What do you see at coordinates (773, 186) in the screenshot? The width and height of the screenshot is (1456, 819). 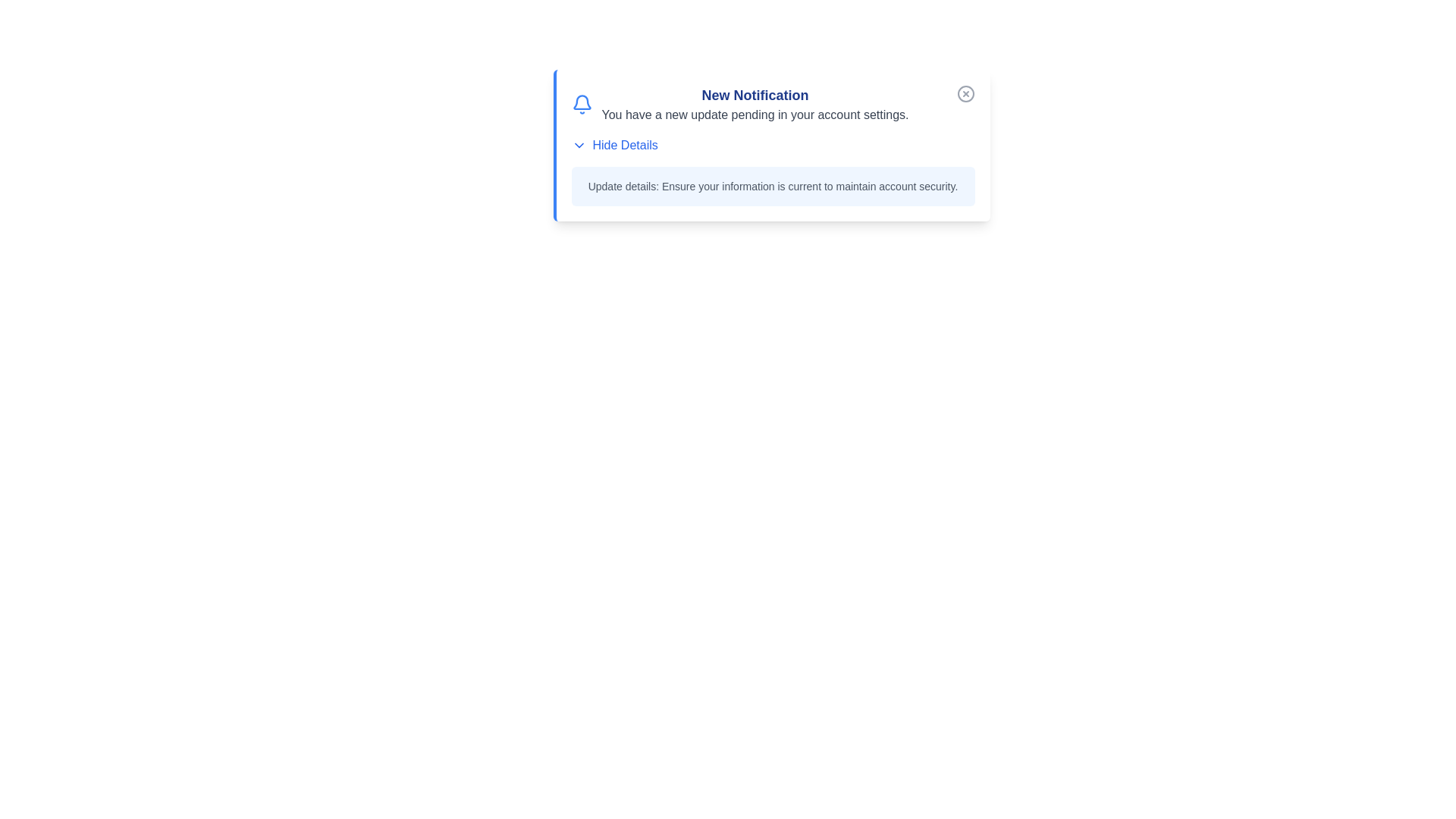 I see `the static informational text box with a light blue background that contains the text 'Update details: Ensure your information is current to maintain account security.'` at bounding box center [773, 186].